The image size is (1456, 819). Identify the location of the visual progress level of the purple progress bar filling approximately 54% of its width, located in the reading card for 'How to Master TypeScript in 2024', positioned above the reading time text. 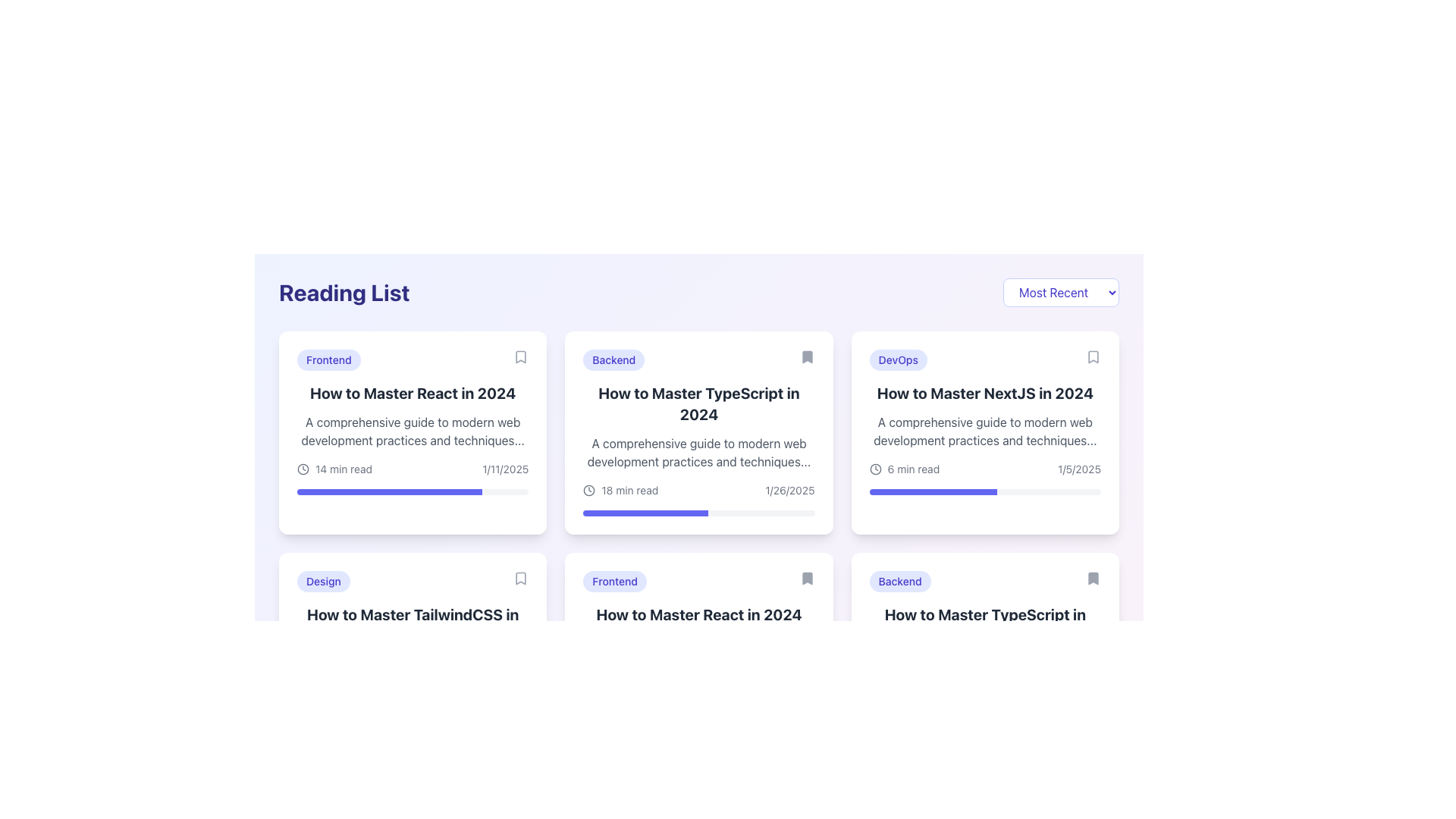
(645, 513).